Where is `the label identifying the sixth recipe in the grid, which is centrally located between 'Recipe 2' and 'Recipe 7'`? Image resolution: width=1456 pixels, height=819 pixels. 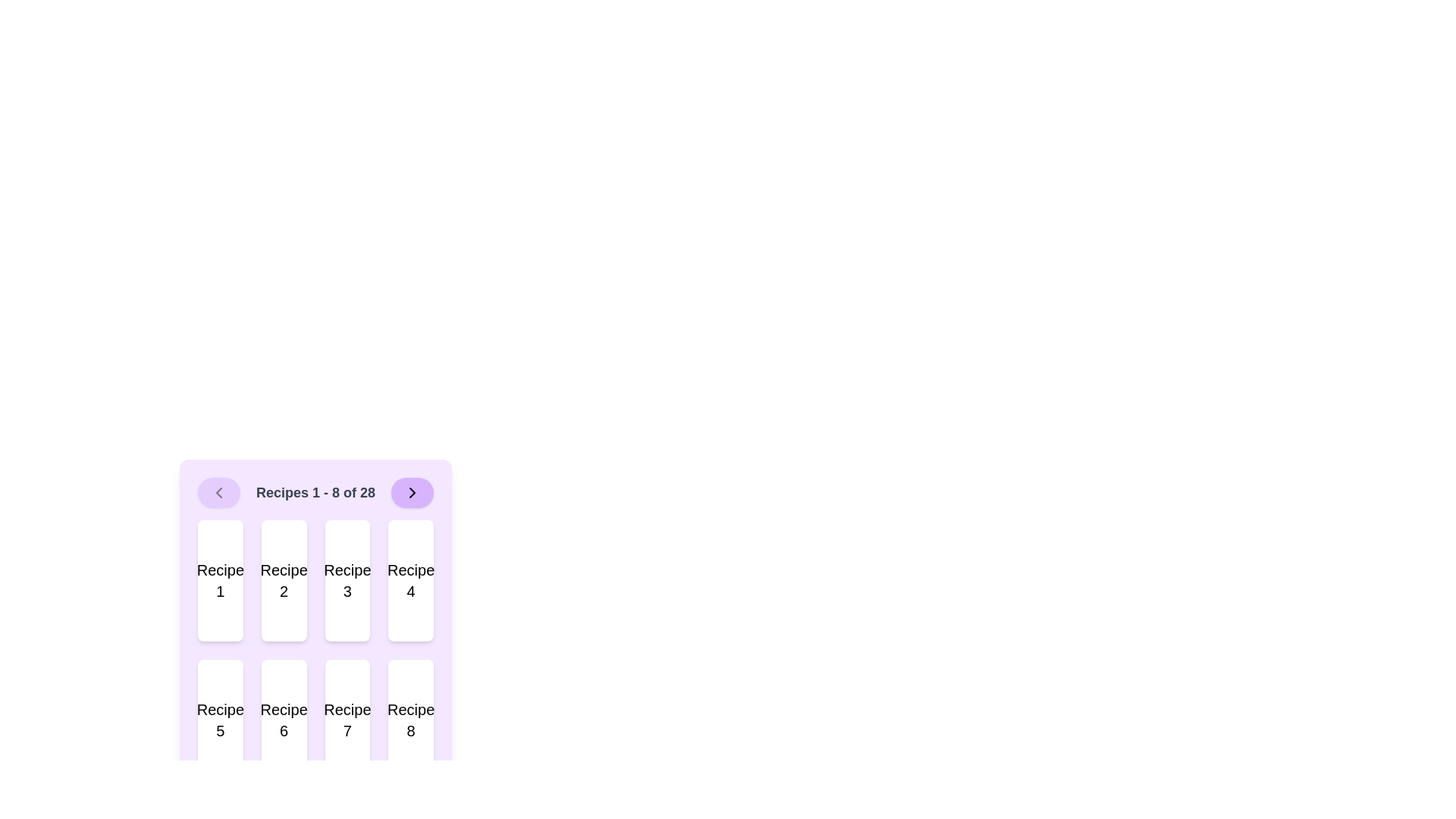
the label identifying the sixth recipe in the grid, which is centrally located between 'Recipe 2' and 'Recipe 7' is located at coordinates (284, 719).